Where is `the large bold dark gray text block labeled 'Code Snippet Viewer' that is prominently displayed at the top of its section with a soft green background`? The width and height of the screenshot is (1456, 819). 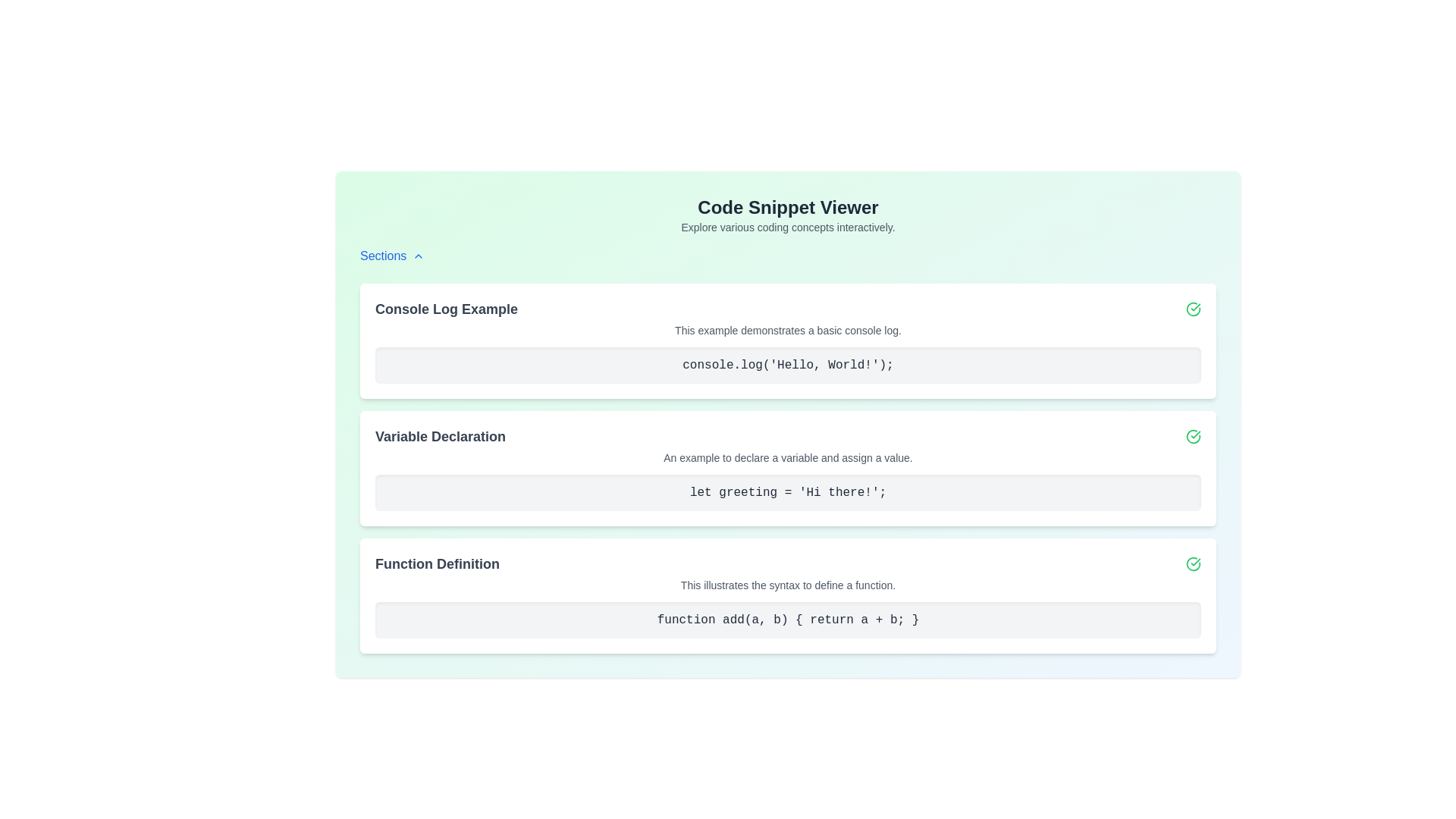
the large bold dark gray text block labeled 'Code Snippet Viewer' that is prominently displayed at the top of its section with a soft green background is located at coordinates (788, 207).